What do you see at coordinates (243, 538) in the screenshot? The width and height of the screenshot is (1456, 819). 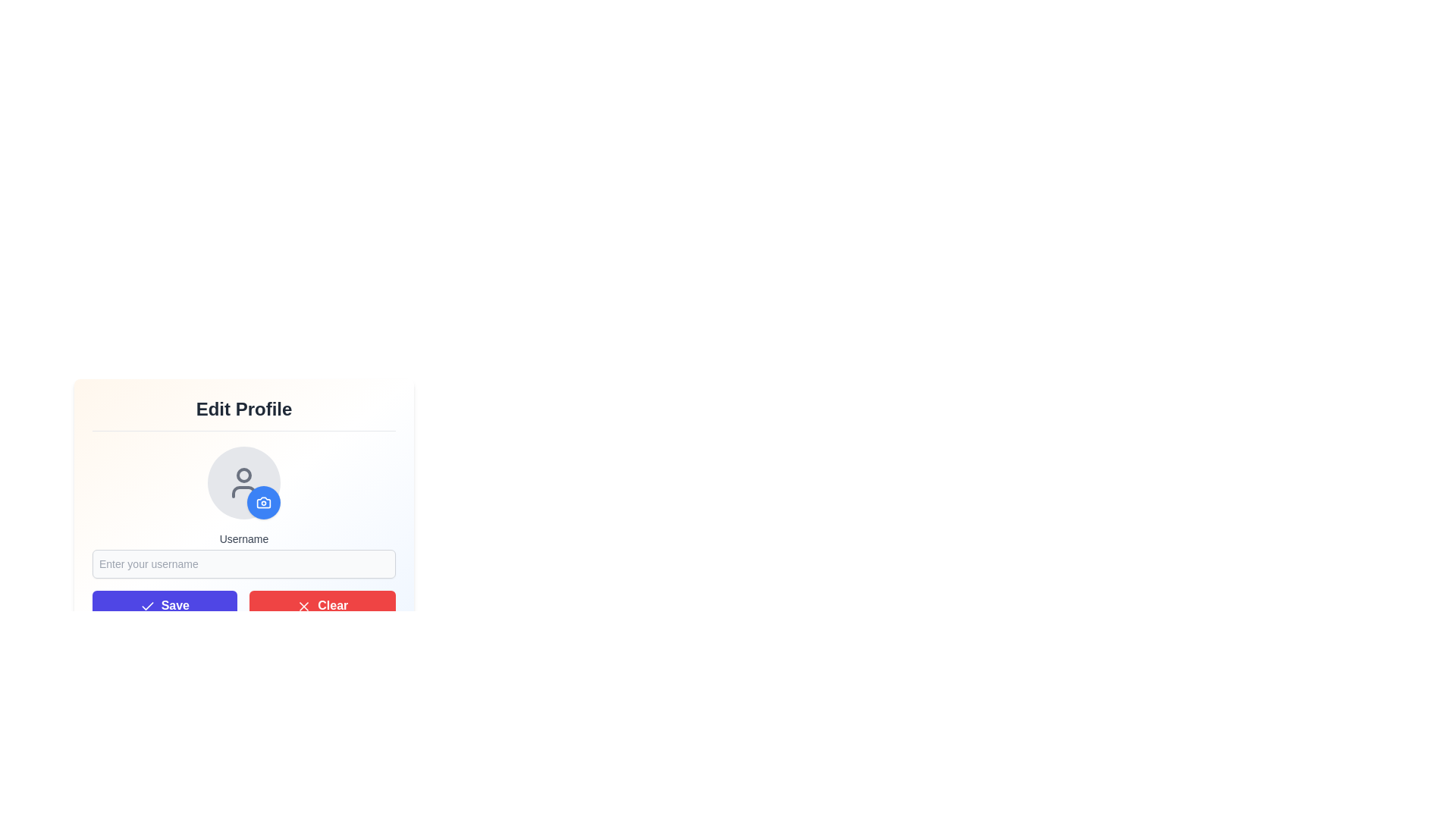 I see `'Username' text label located above the input field in the 'Edit Profile' section, which provides guidance for entering the username` at bounding box center [243, 538].